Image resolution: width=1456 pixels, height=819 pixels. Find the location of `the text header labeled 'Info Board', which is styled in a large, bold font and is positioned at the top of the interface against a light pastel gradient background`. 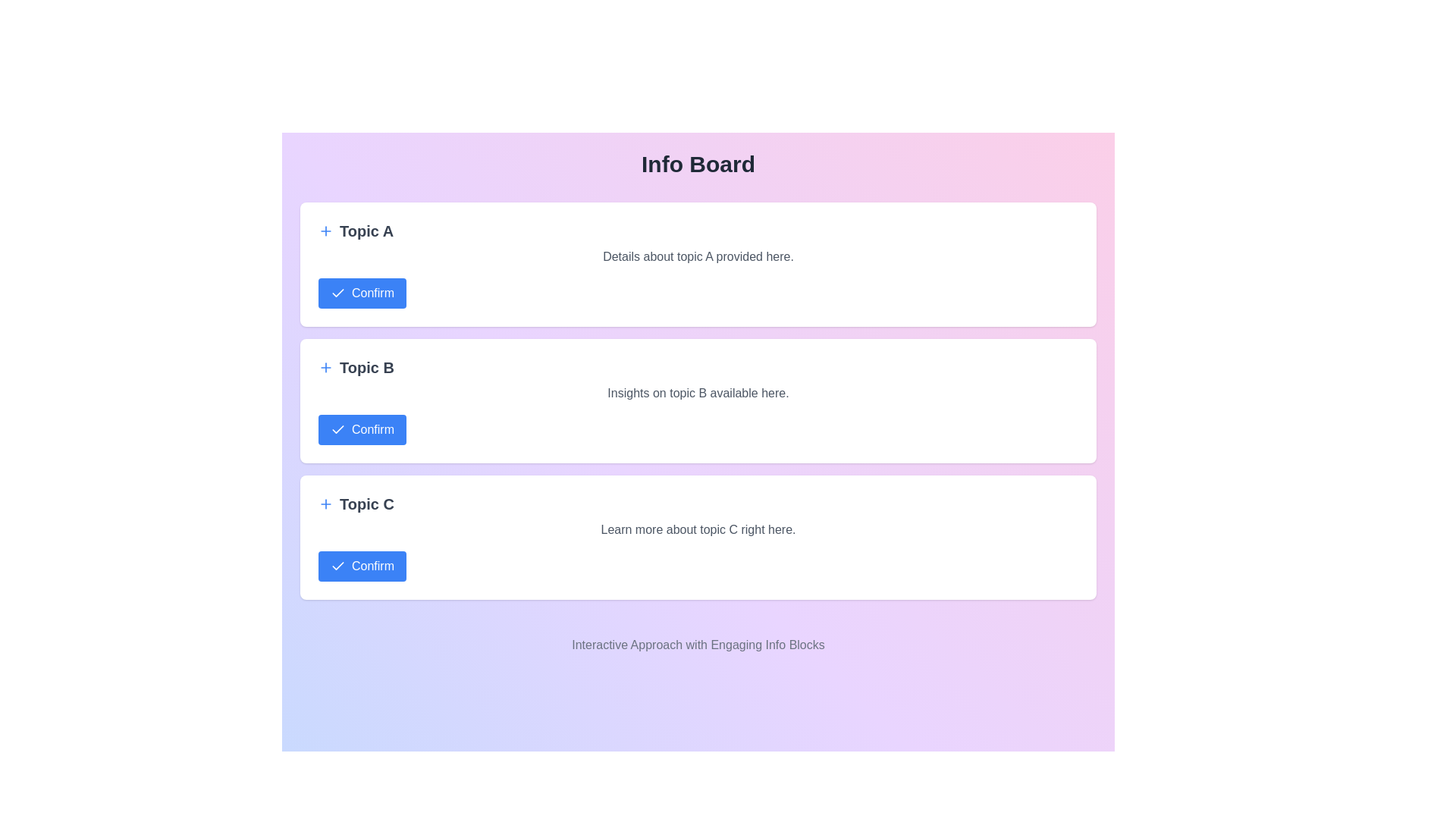

the text header labeled 'Info Board', which is styled in a large, bold font and is positioned at the top of the interface against a light pastel gradient background is located at coordinates (698, 164).